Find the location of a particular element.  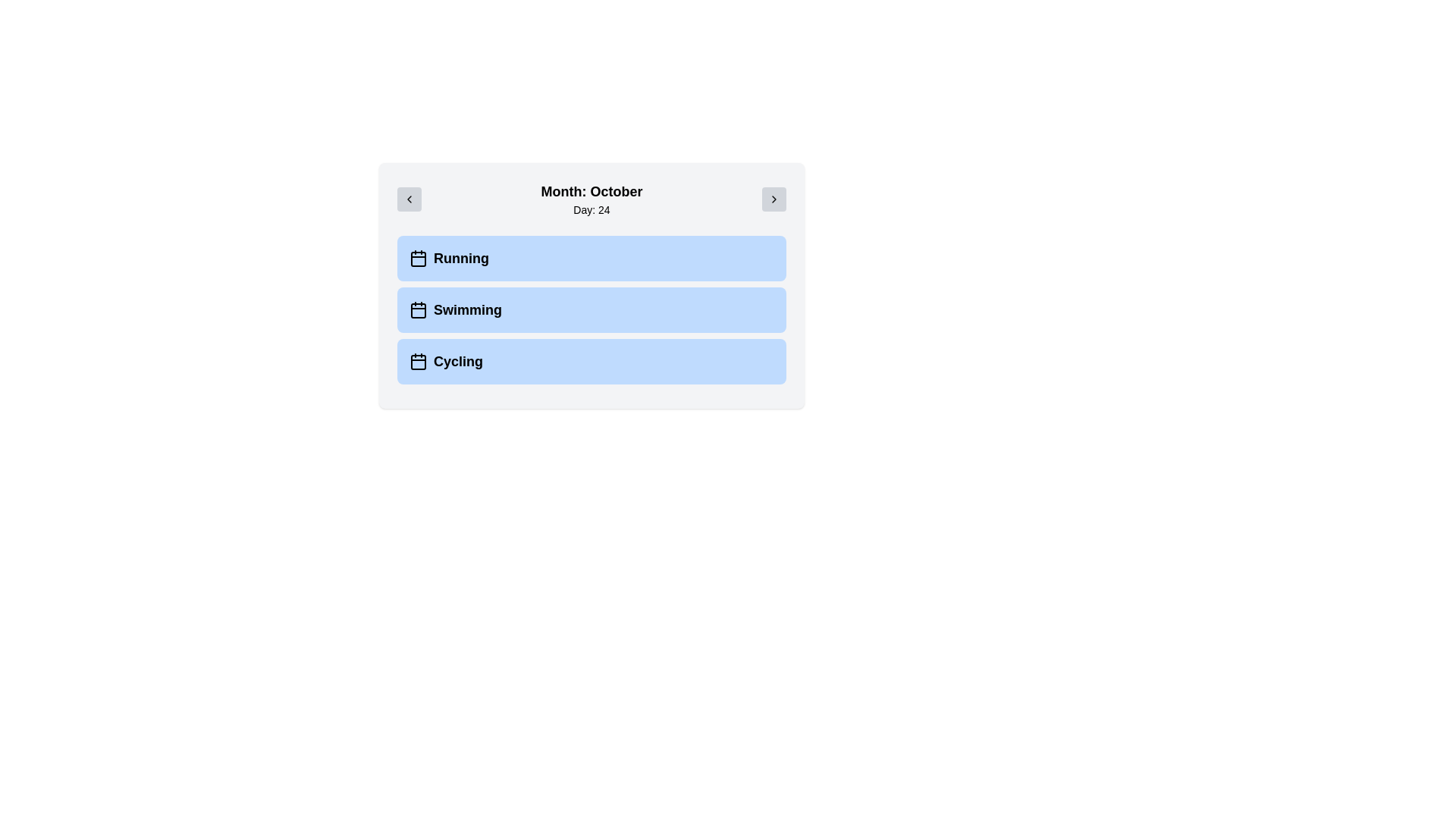

on the 'Swimming' activity card, which is the middle item in a vertical list of activity cards, positioned between 'Running' above and 'Cycling' below is located at coordinates (591, 309).